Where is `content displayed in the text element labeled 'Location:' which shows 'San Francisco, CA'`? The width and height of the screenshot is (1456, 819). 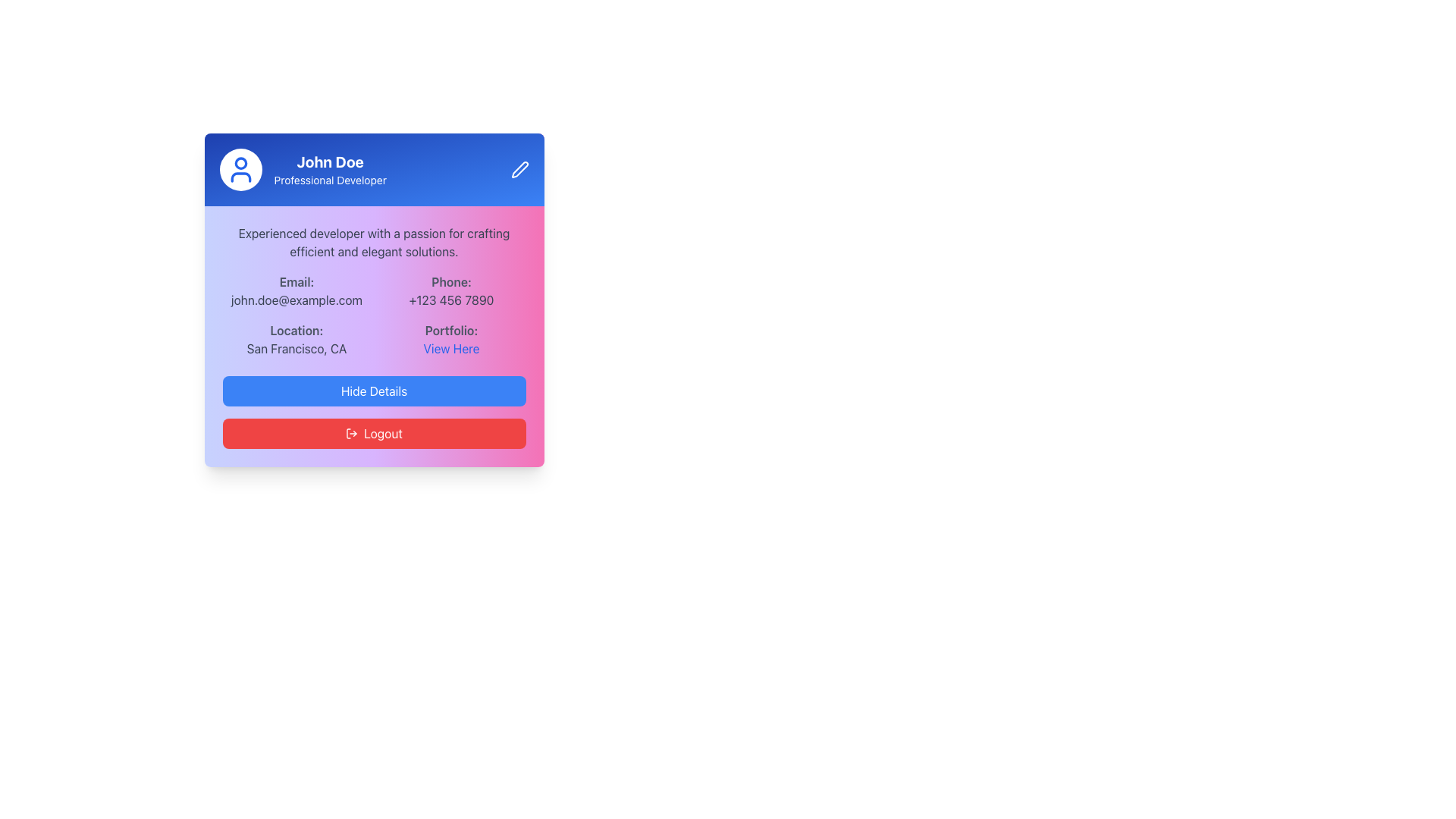
content displayed in the text element labeled 'Location:' which shows 'San Francisco, CA' is located at coordinates (297, 338).